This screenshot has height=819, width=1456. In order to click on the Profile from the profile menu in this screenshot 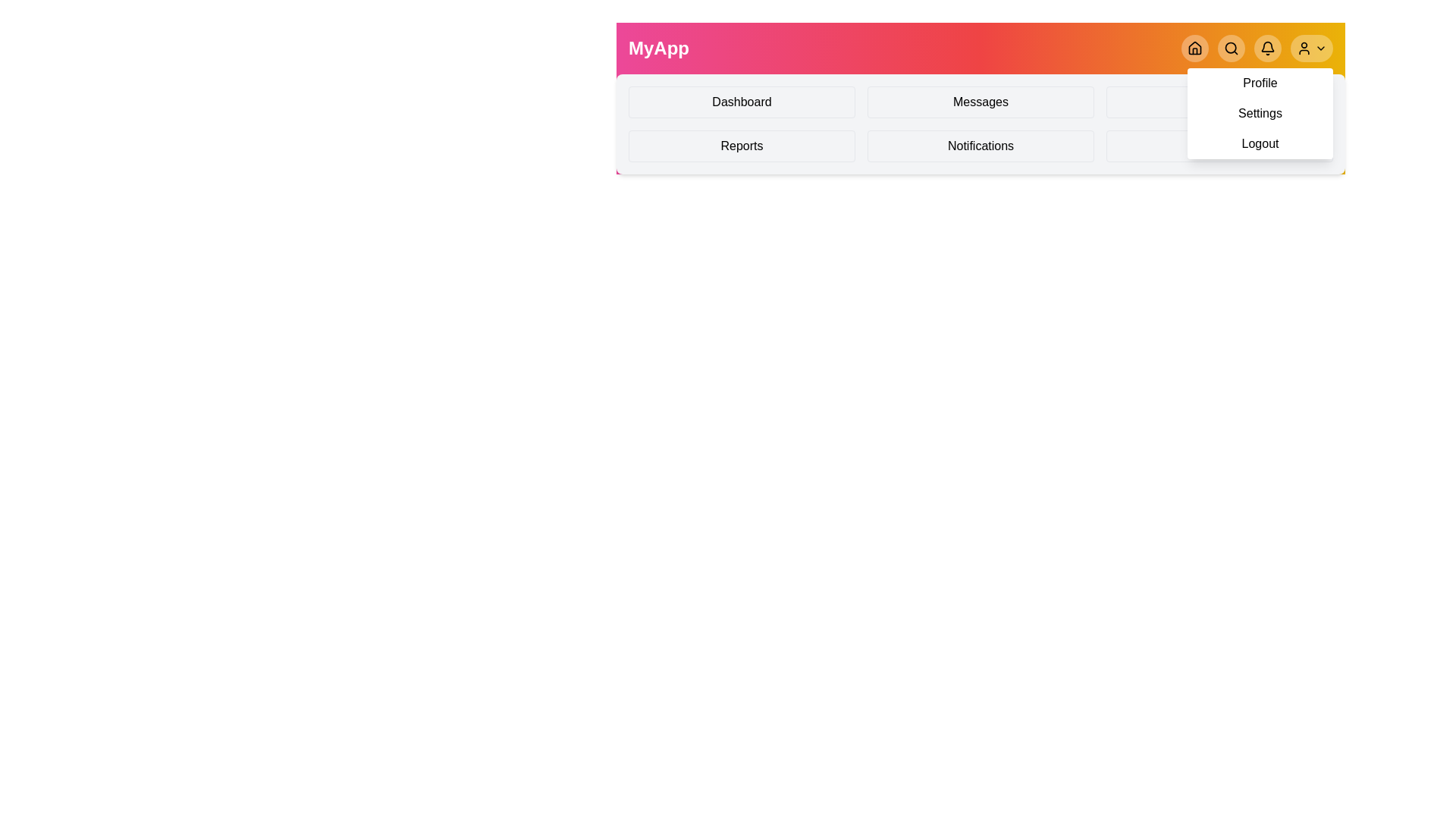, I will do `click(1260, 83)`.